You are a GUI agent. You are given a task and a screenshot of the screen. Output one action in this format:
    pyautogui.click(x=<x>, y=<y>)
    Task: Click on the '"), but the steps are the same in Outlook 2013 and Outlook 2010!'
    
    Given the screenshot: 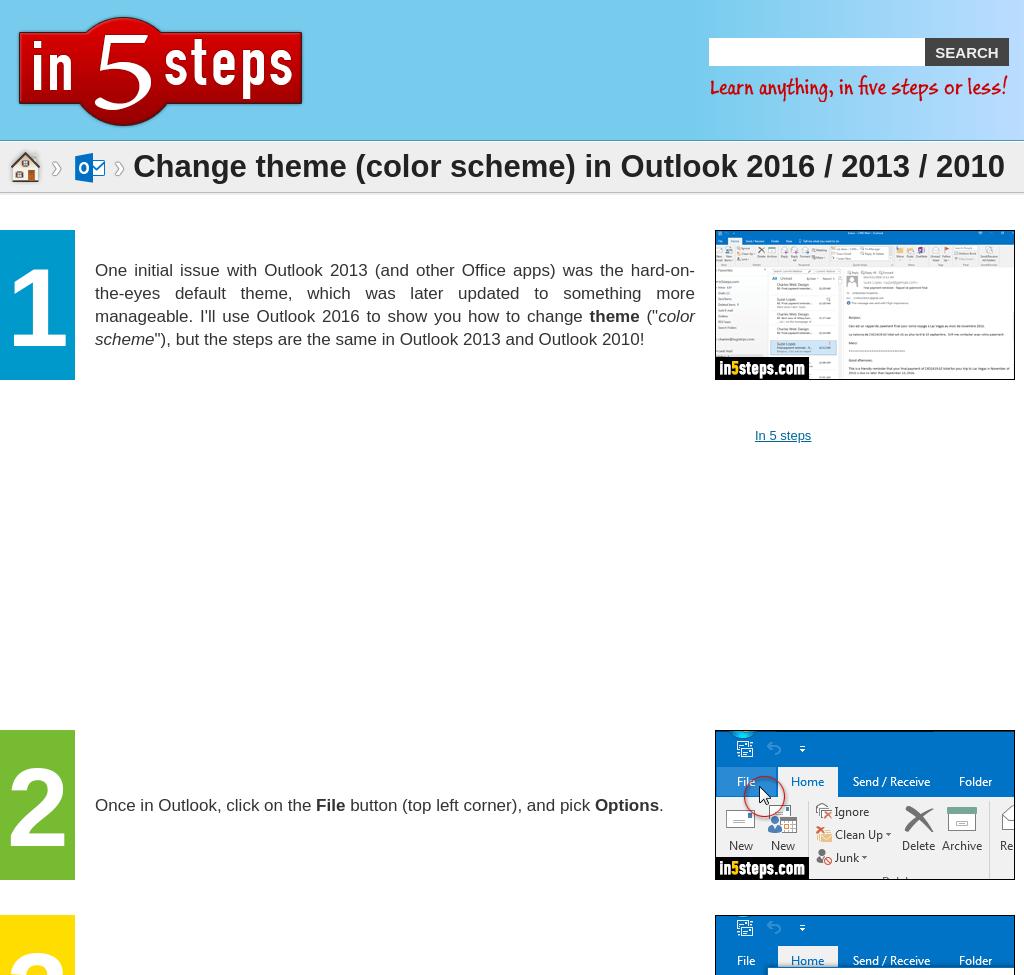 What is the action you would take?
    pyautogui.click(x=397, y=338)
    